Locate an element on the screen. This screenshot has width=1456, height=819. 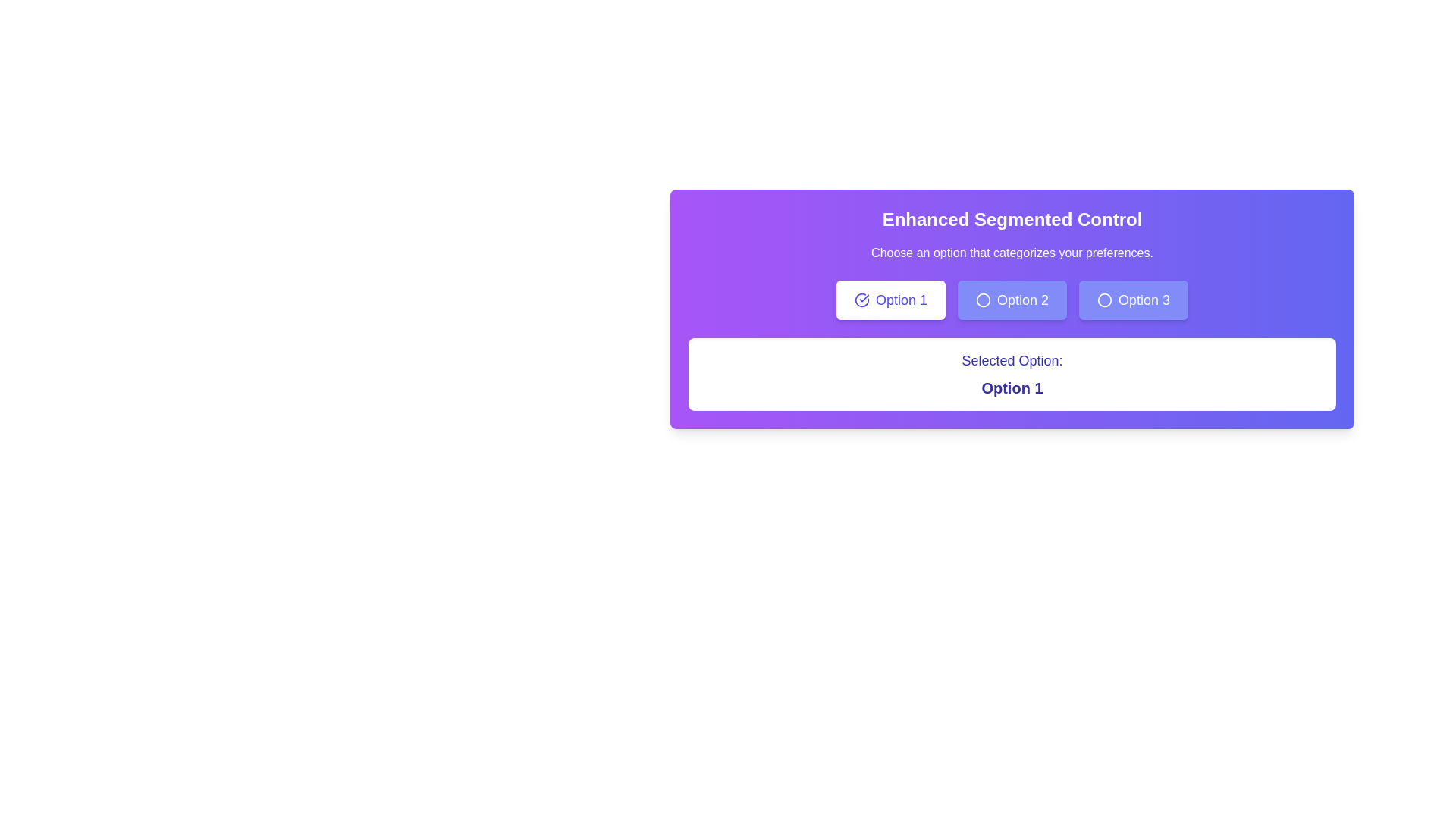
the third button in the segmented control interface is located at coordinates (1134, 300).